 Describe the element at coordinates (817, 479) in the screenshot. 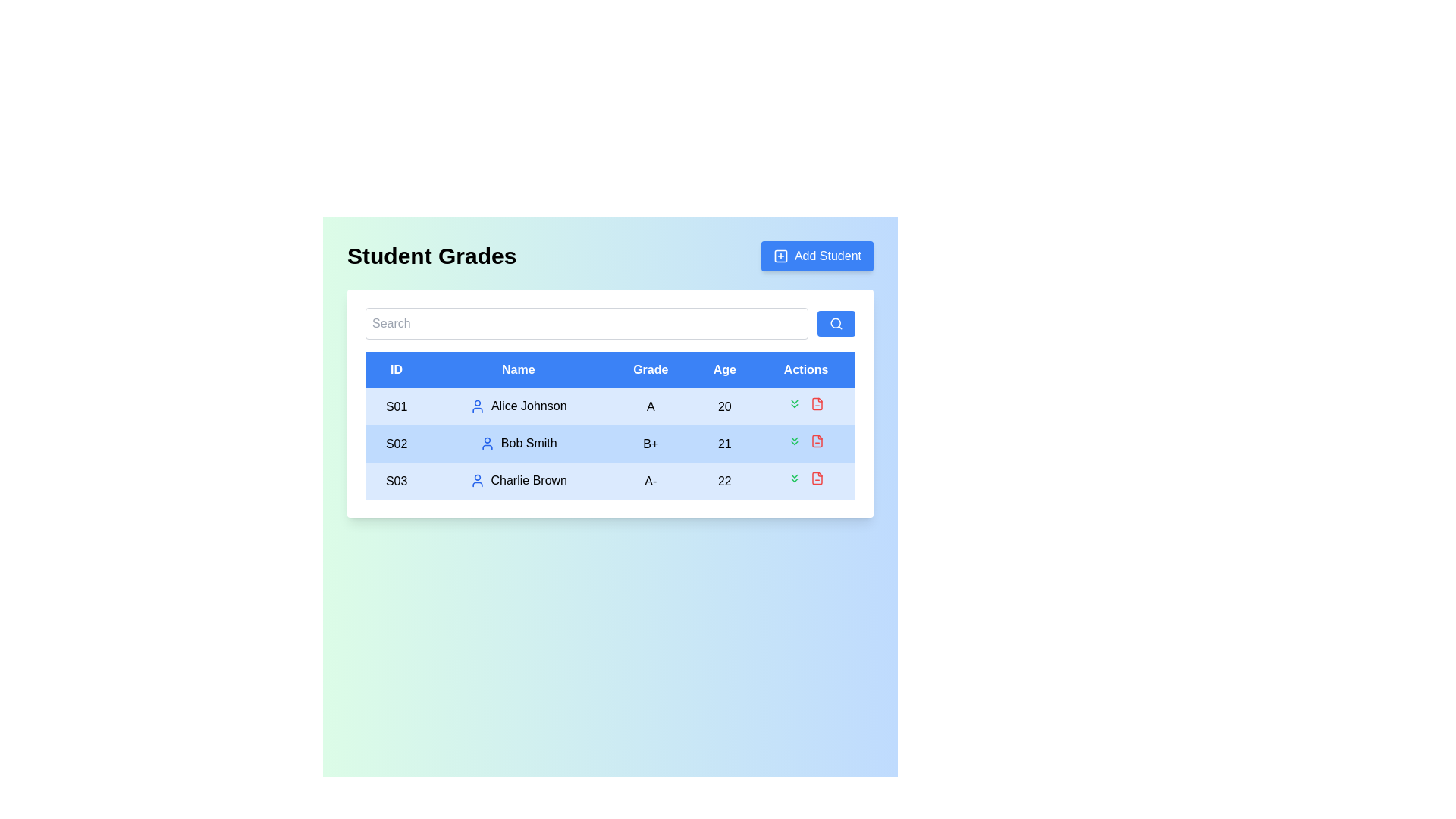

I see `the red document icon with a minus sign located in the Actions column for the third student row (Charlie Brown)` at that location.